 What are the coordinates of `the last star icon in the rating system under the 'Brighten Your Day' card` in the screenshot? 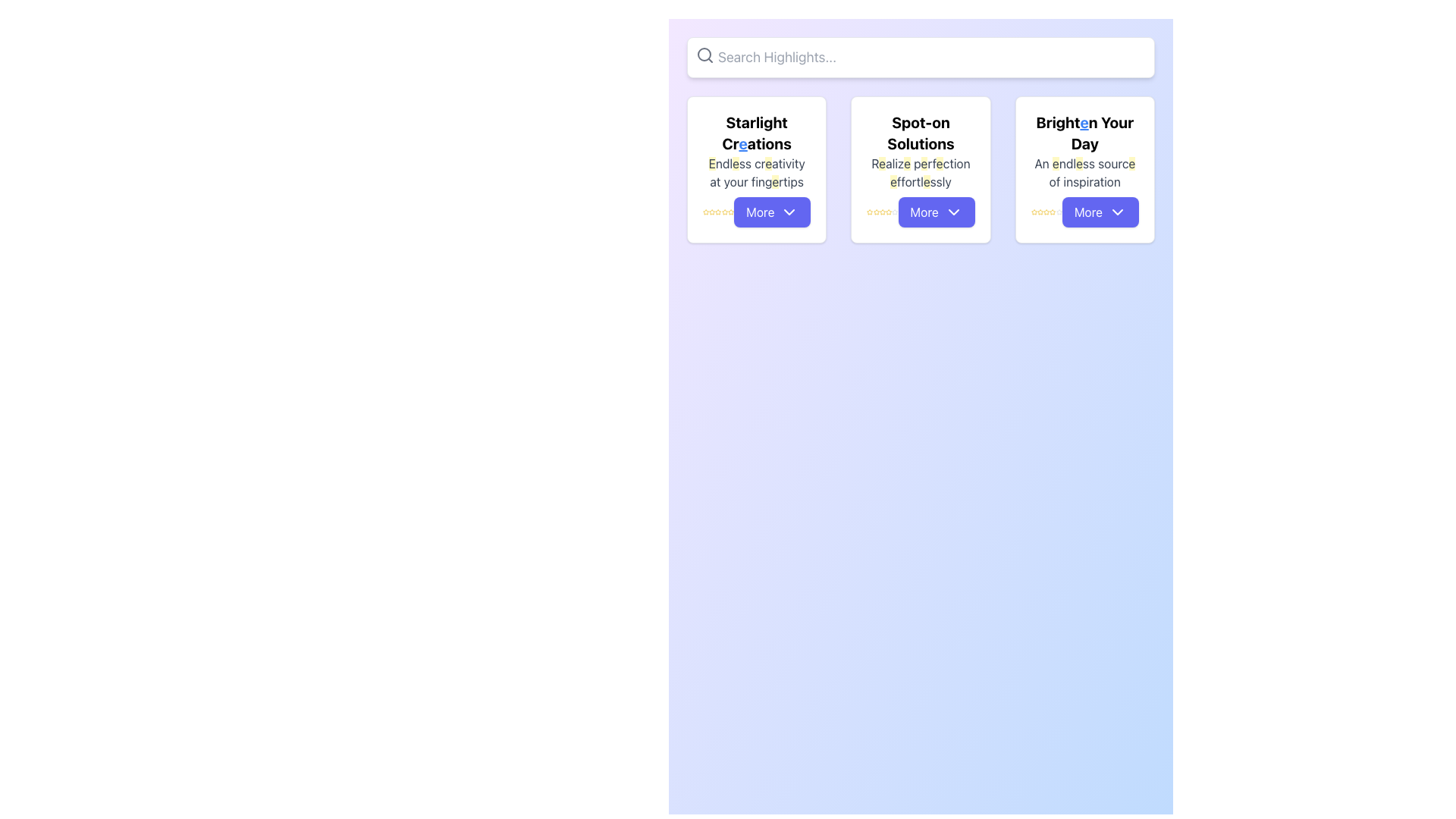 It's located at (1058, 212).